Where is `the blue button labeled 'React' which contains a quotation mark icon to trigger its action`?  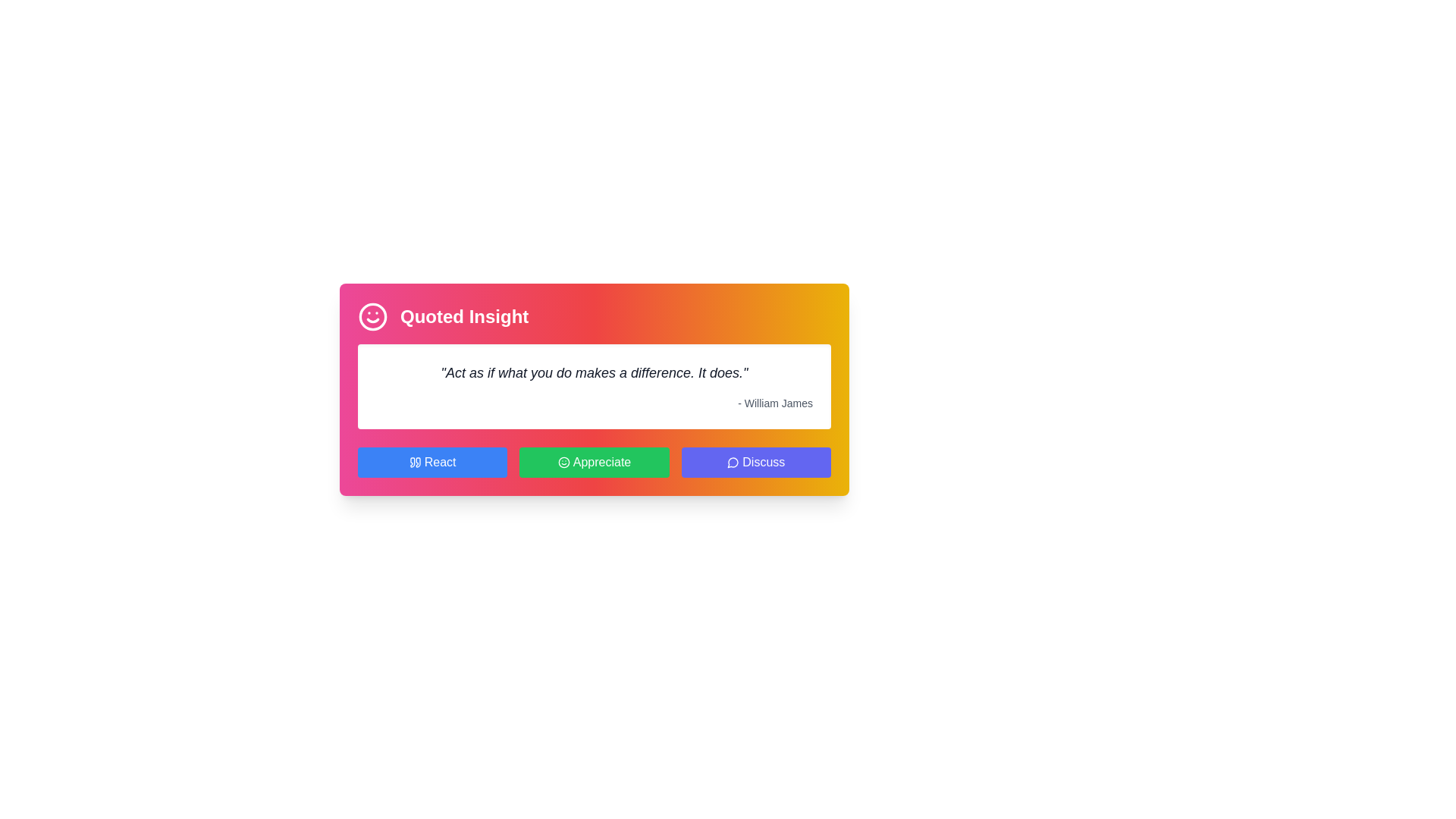
the blue button labeled 'React' which contains a quotation mark icon to trigger its action is located at coordinates (415, 461).